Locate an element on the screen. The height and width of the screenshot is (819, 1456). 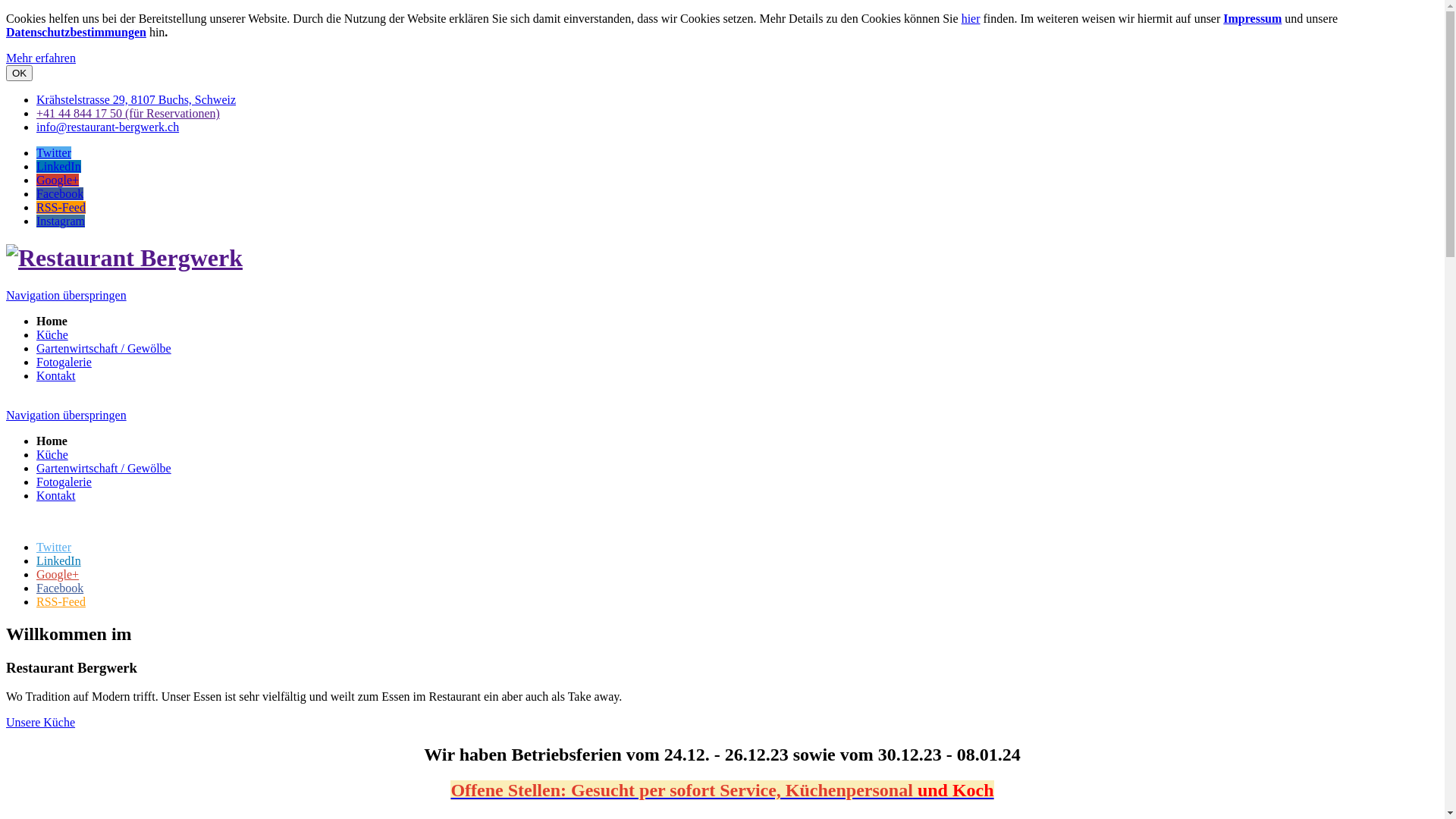
'Fotogalerie' is located at coordinates (36, 482).